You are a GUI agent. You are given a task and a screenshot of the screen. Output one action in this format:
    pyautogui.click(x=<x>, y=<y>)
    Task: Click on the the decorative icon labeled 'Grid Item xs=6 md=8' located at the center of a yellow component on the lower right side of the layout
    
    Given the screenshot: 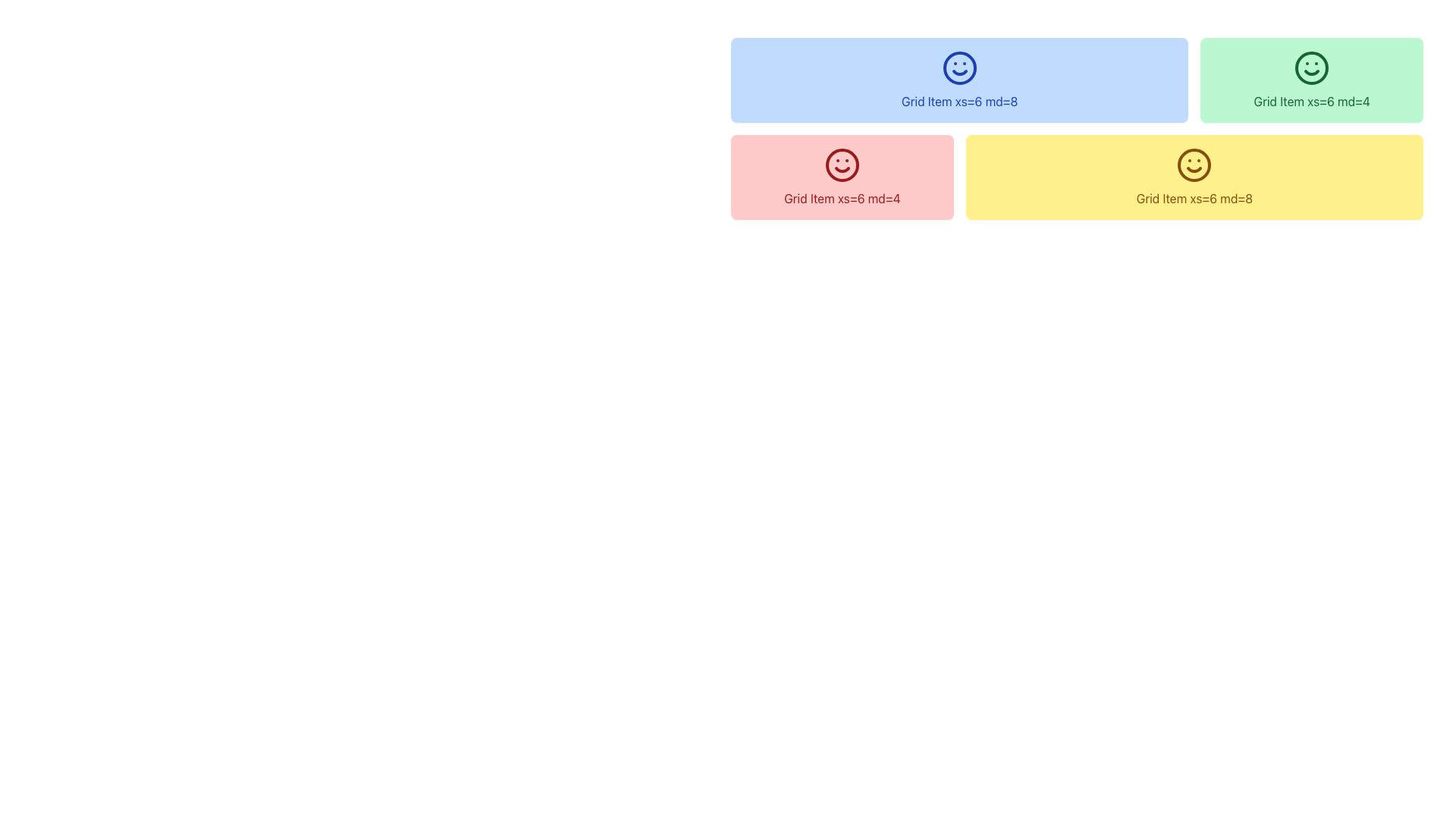 What is the action you would take?
    pyautogui.click(x=1194, y=165)
    